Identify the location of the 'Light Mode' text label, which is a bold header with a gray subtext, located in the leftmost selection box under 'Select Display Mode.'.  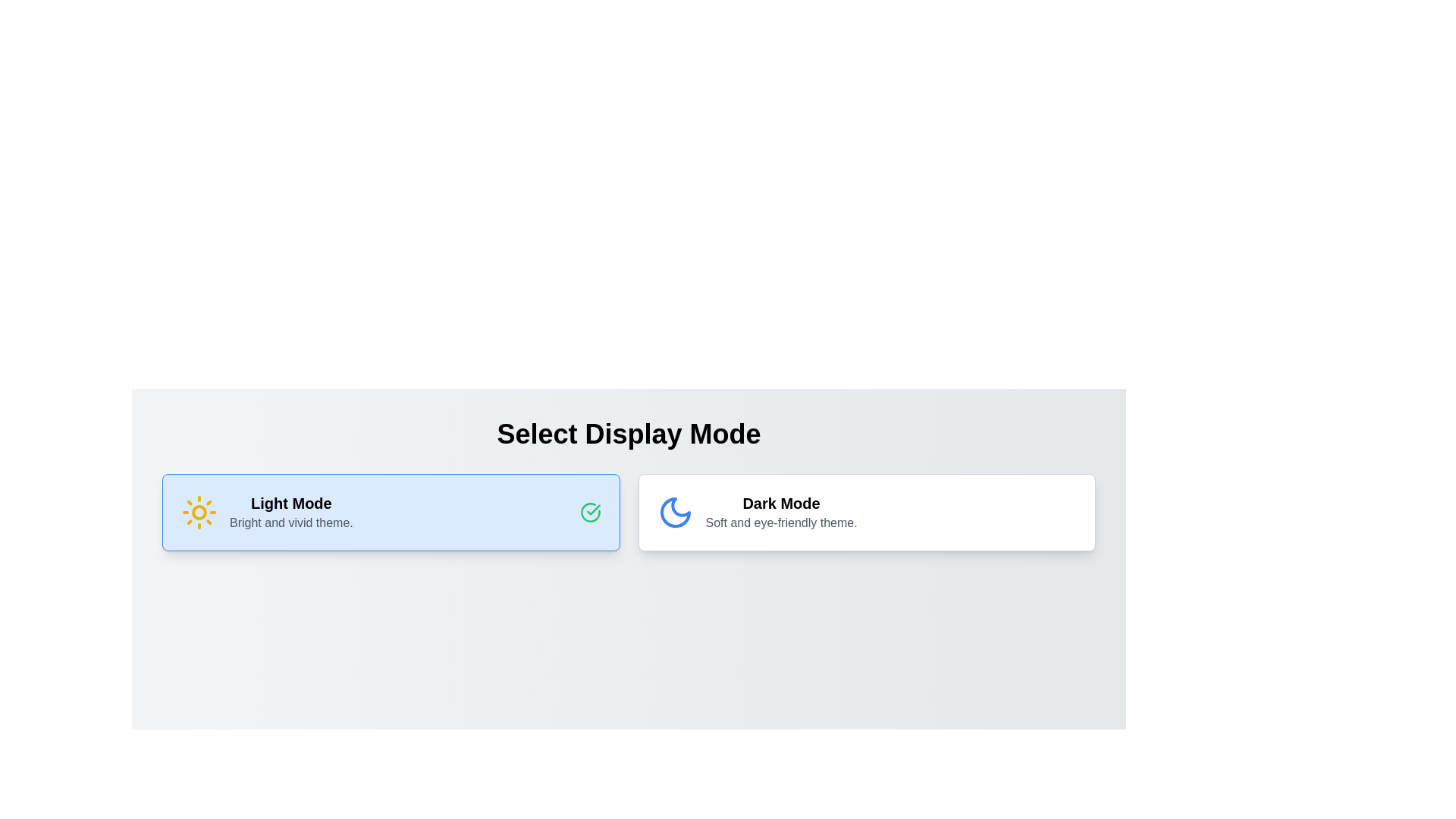
(291, 512).